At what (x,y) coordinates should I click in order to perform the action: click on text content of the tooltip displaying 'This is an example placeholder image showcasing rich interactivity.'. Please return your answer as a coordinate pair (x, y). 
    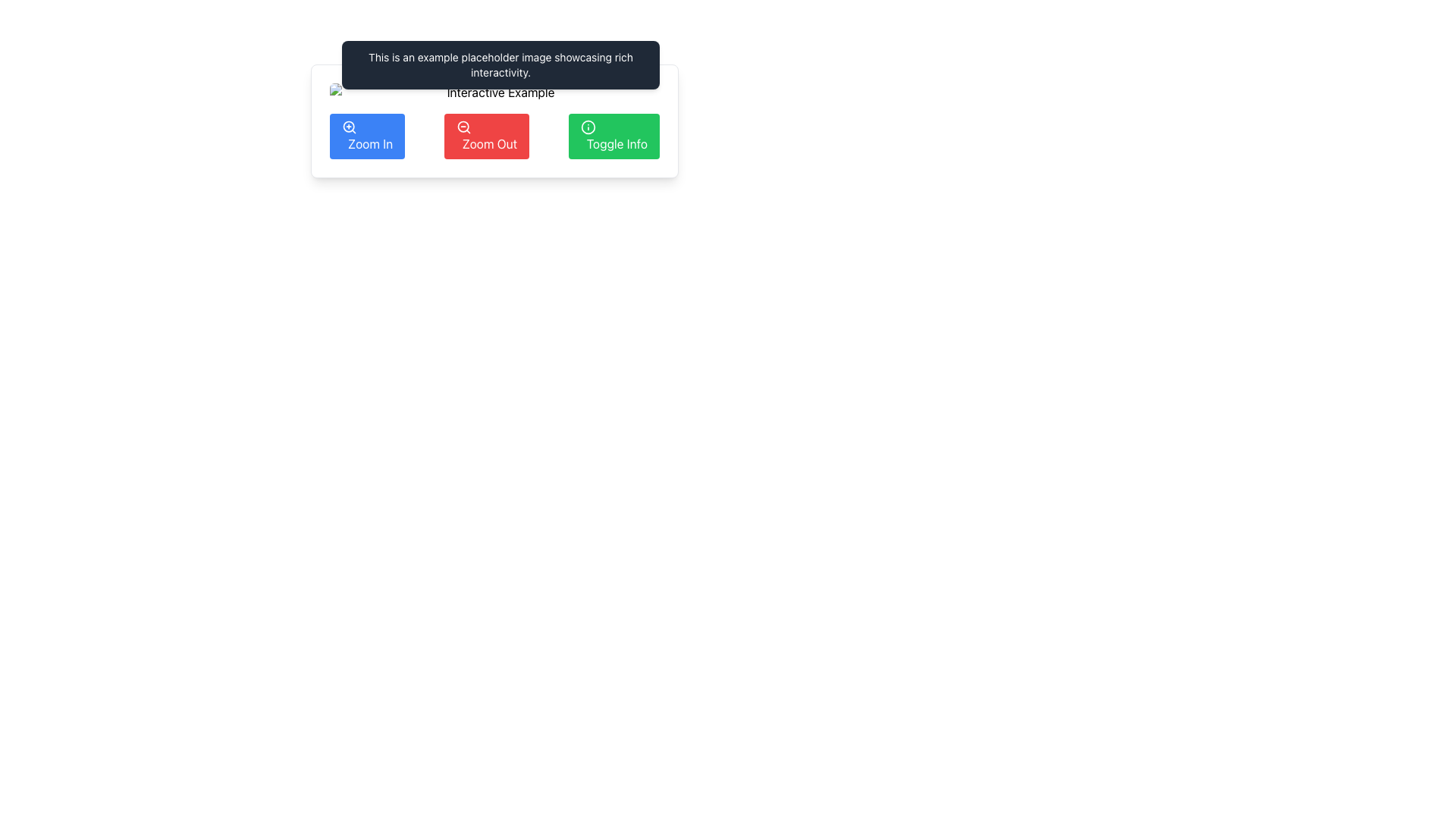
    Looking at the image, I should click on (500, 64).